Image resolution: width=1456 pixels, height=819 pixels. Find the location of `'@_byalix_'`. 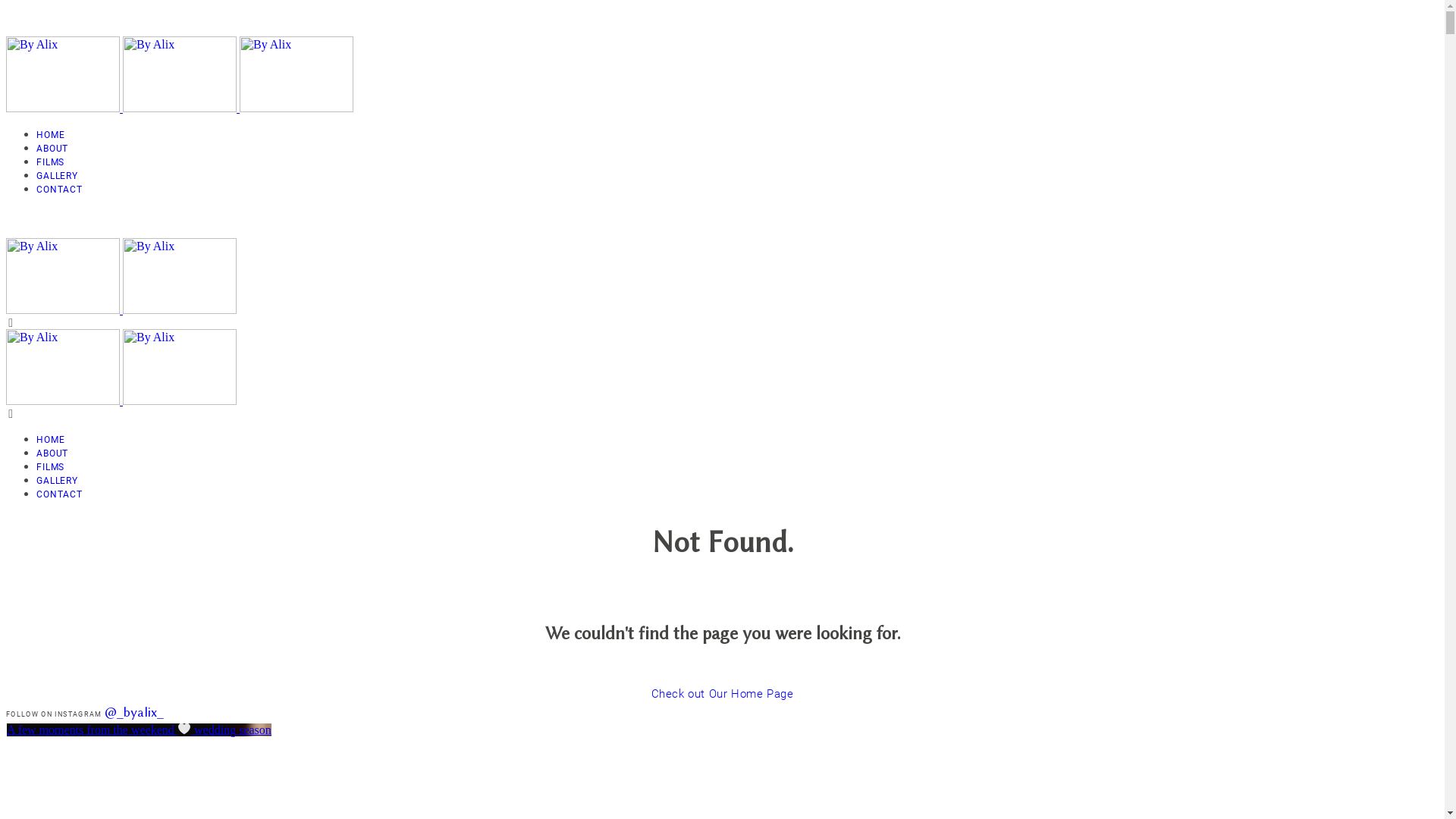

'@_byalix_' is located at coordinates (134, 711).